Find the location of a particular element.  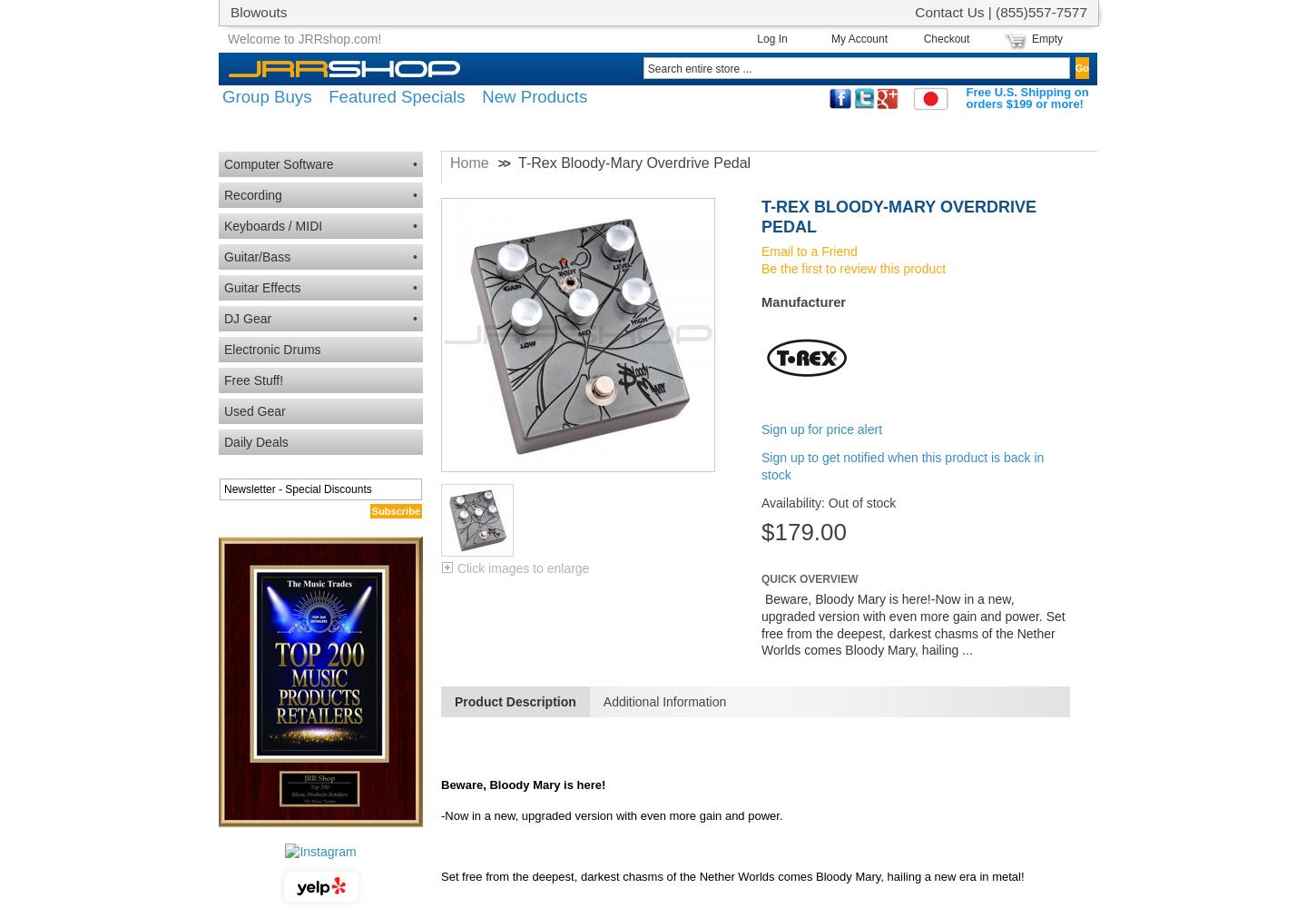

'Additional Information' is located at coordinates (601, 702).